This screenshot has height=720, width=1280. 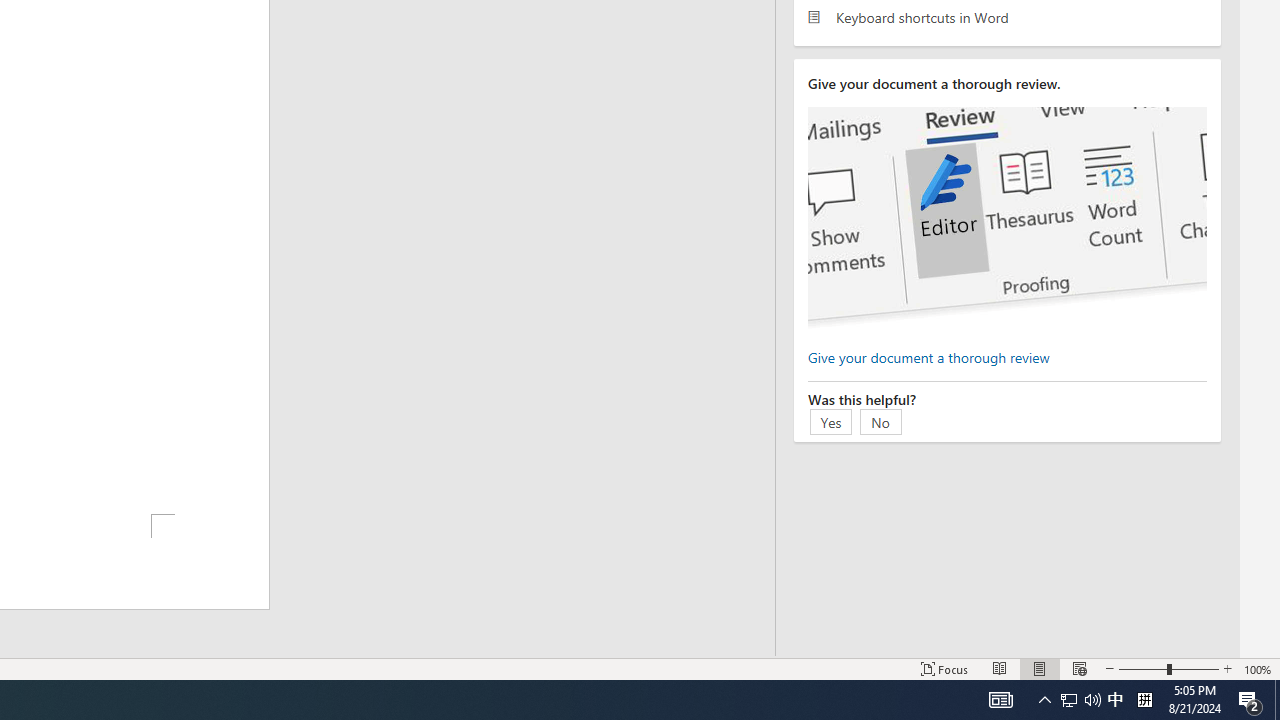 What do you see at coordinates (880, 420) in the screenshot?
I see `'No'` at bounding box center [880, 420].